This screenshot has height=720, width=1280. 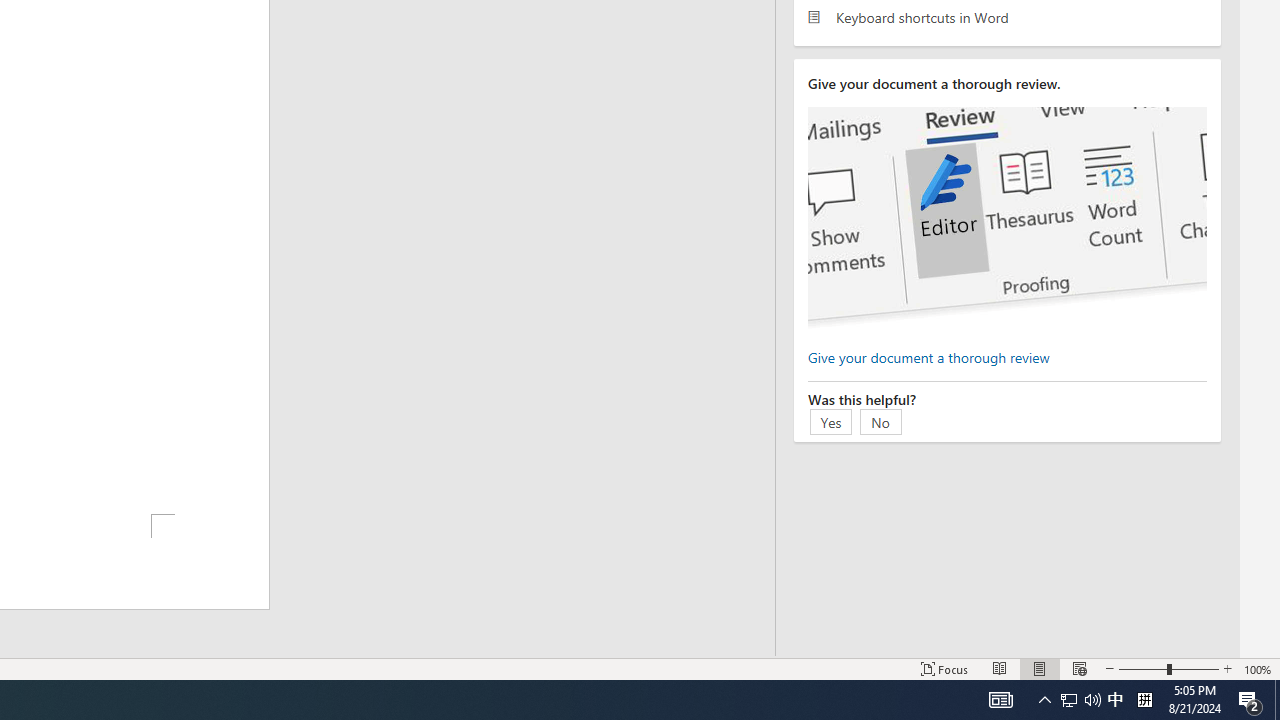 What do you see at coordinates (880, 420) in the screenshot?
I see `'No'` at bounding box center [880, 420].